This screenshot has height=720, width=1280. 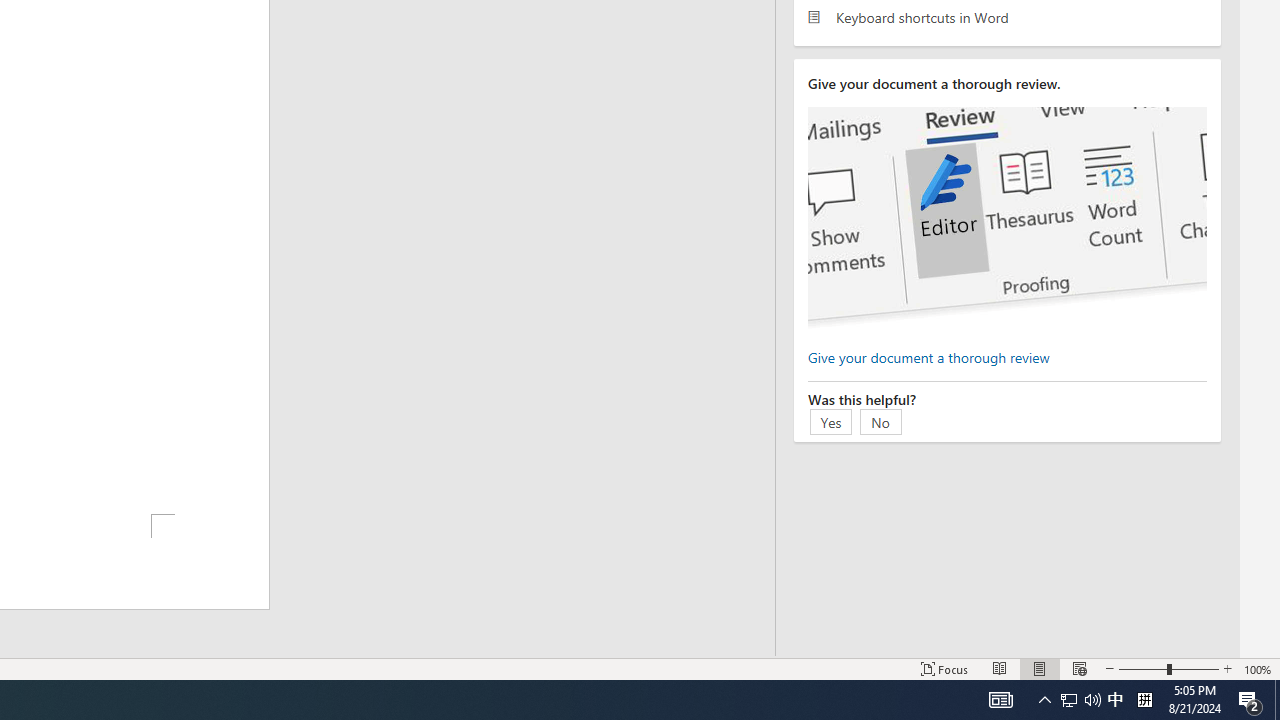 What do you see at coordinates (880, 420) in the screenshot?
I see `'No'` at bounding box center [880, 420].